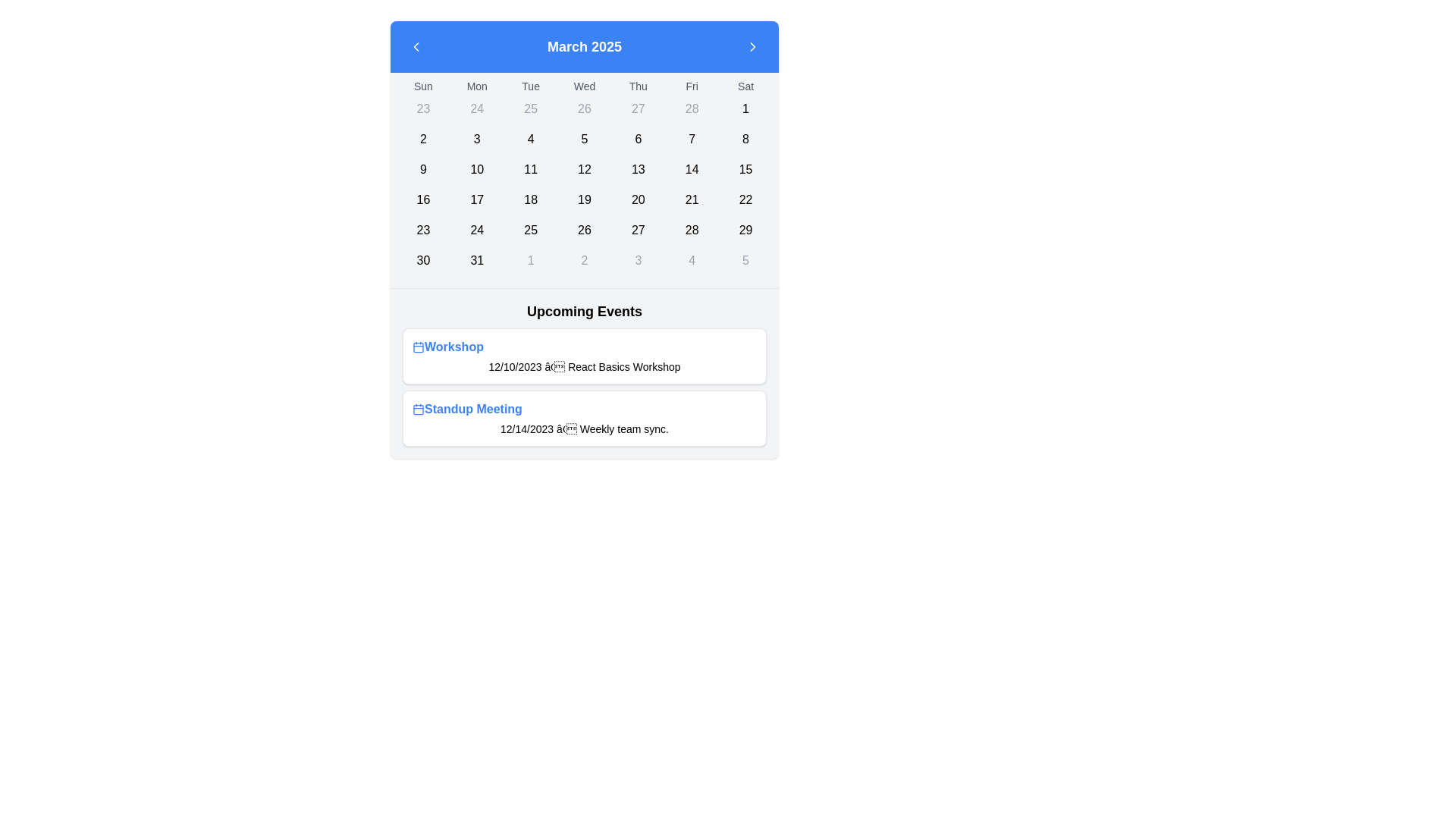 The image size is (1456, 819). I want to click on the blue rectangular banner at the top of the calendar that contains the text 'March 2025', so click(584, 45).